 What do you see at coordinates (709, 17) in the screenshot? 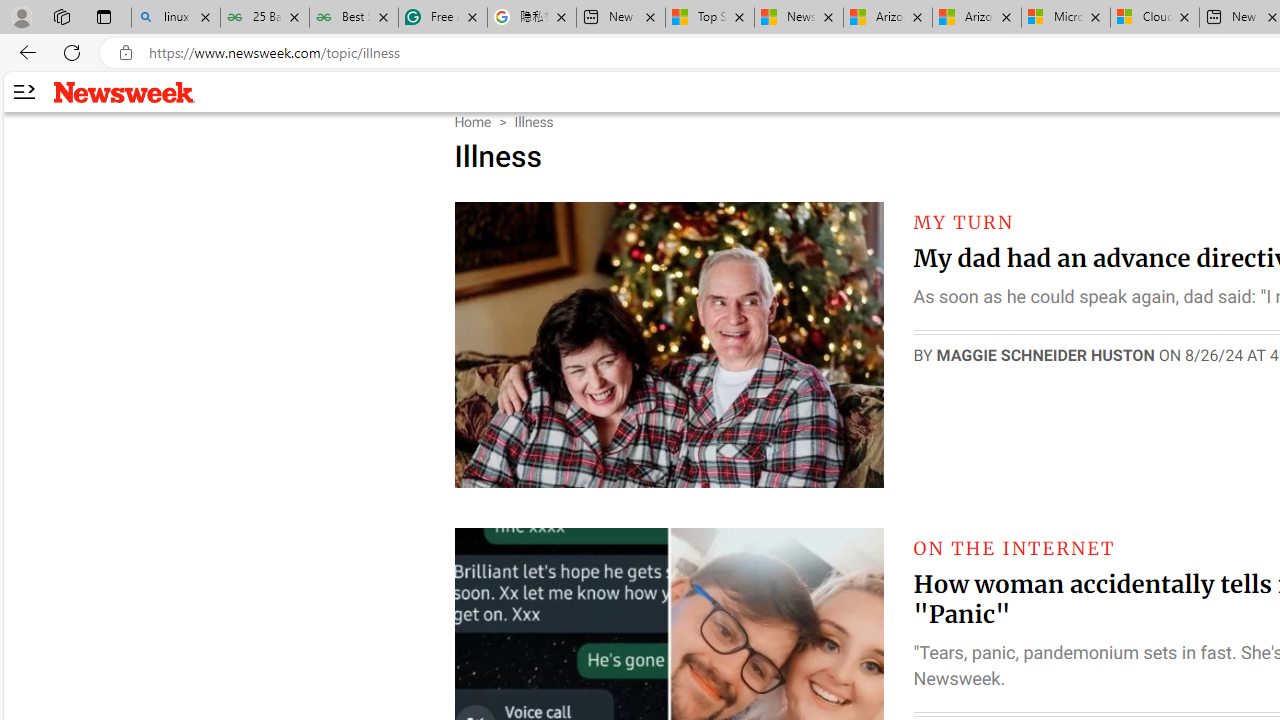
I see `'Top Stories - MSN'` at bounding box center [709, 17].